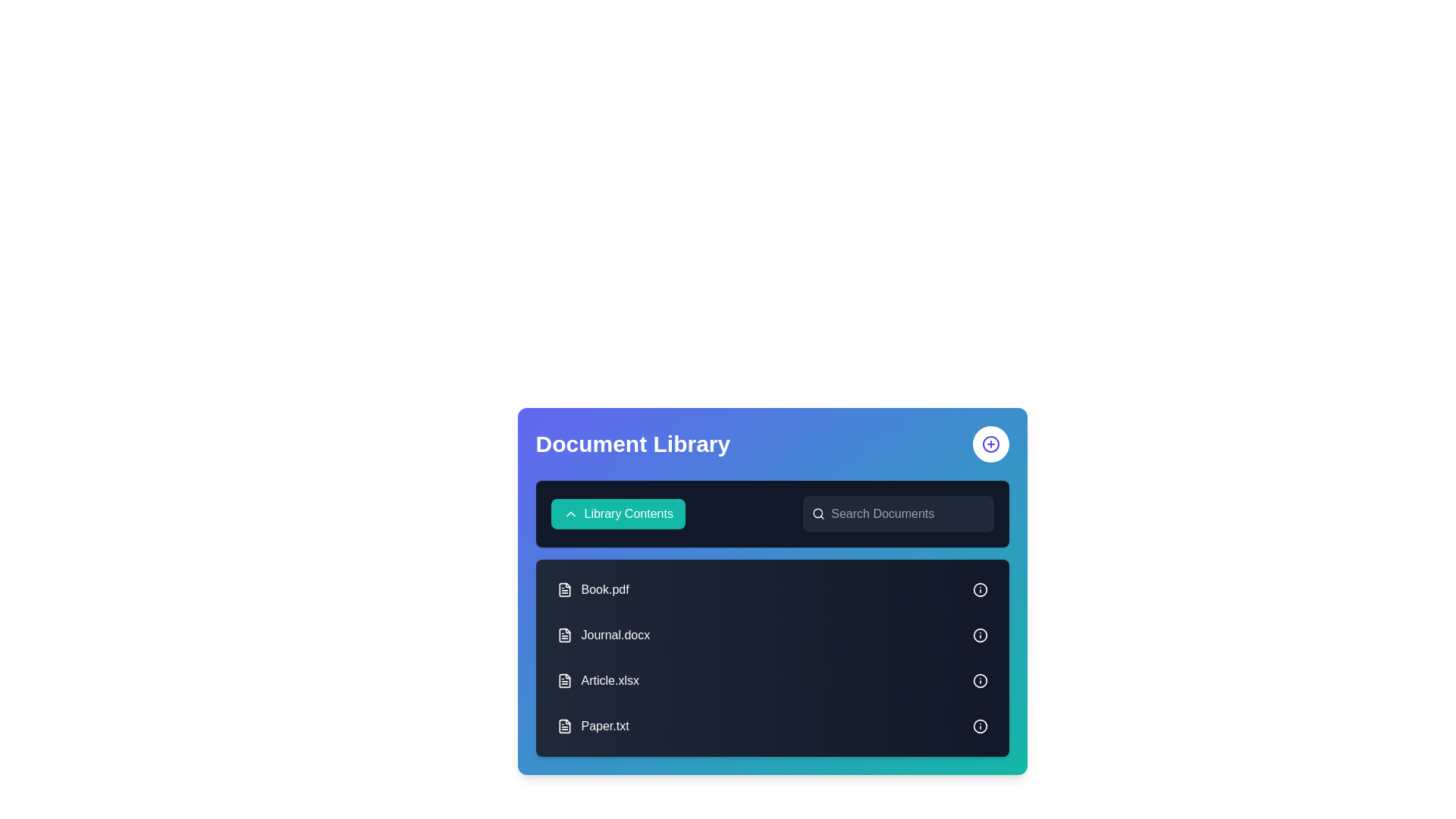  Describe the element at coordinates (563, 725) in the screenshot. I see `the document icon that resembles a sheet of paper with a folded corner, located to the left of the text 'Paper.txt' in the 'Document Library'` at that location.